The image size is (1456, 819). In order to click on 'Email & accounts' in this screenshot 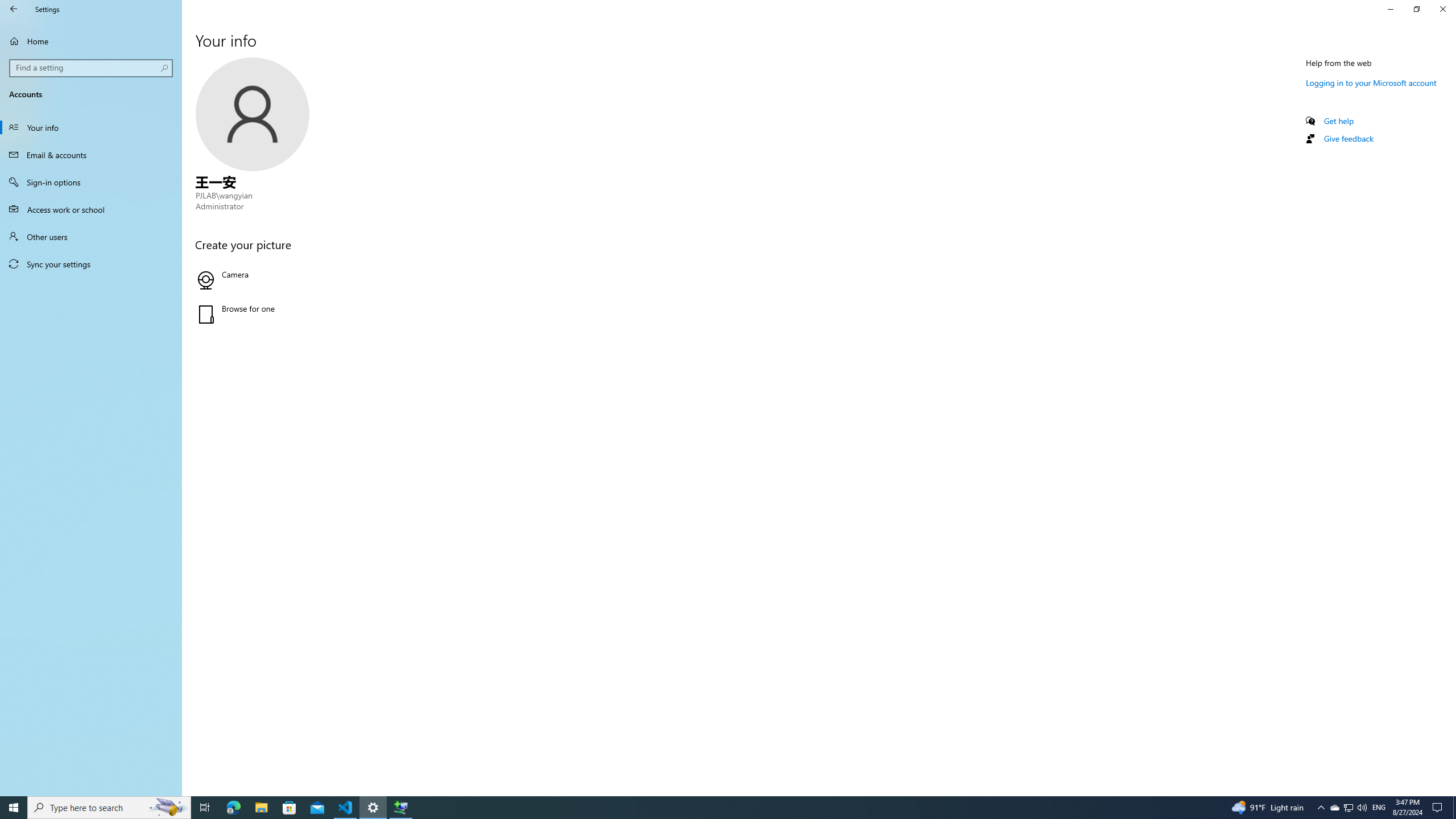, I will do `click(90, 154)`.